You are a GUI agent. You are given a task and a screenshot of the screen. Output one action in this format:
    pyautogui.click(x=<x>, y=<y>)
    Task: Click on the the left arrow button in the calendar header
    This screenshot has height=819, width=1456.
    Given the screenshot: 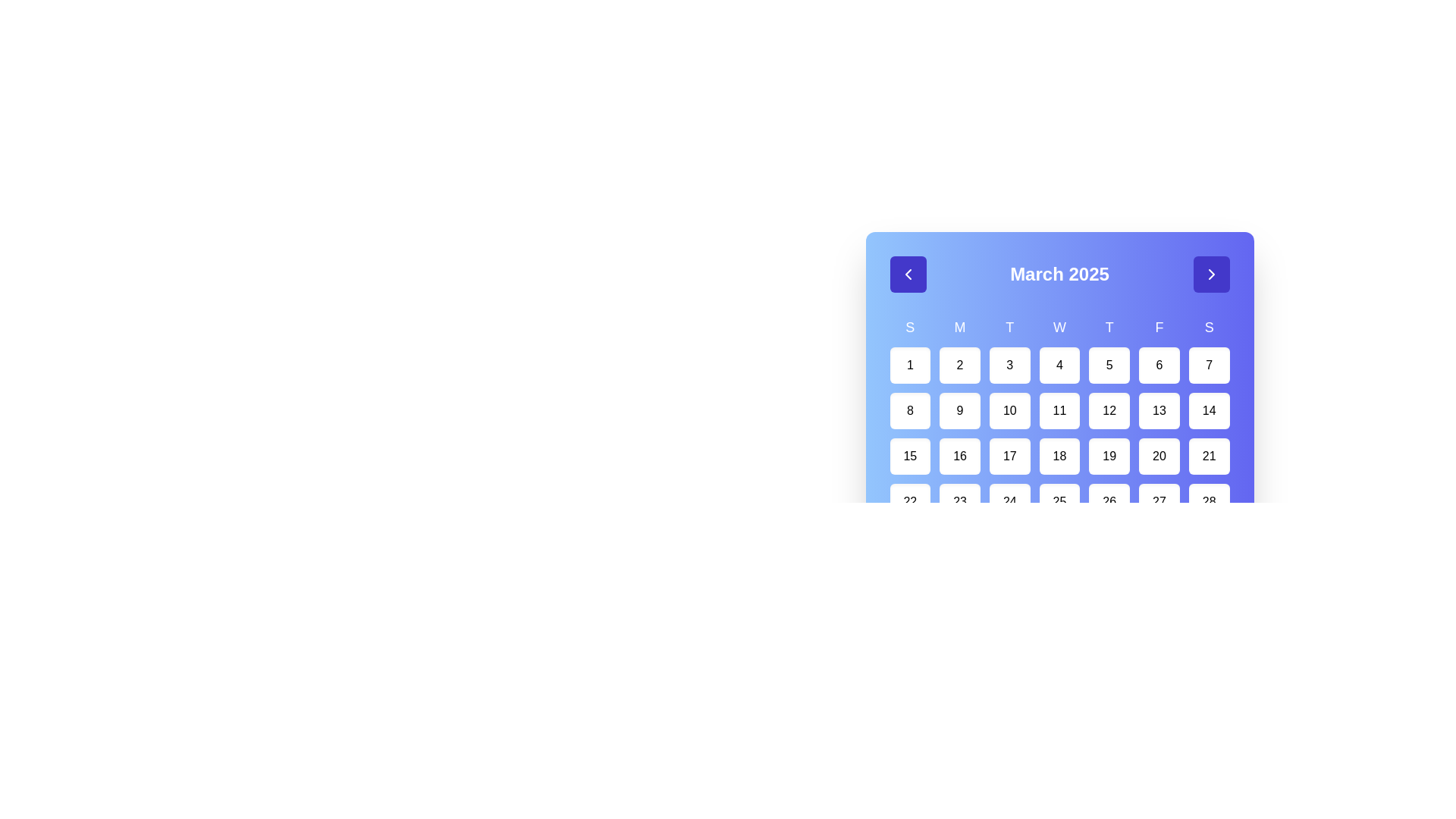 What is the action you would take?
    pyautogui.click(x=908, y=275)
    